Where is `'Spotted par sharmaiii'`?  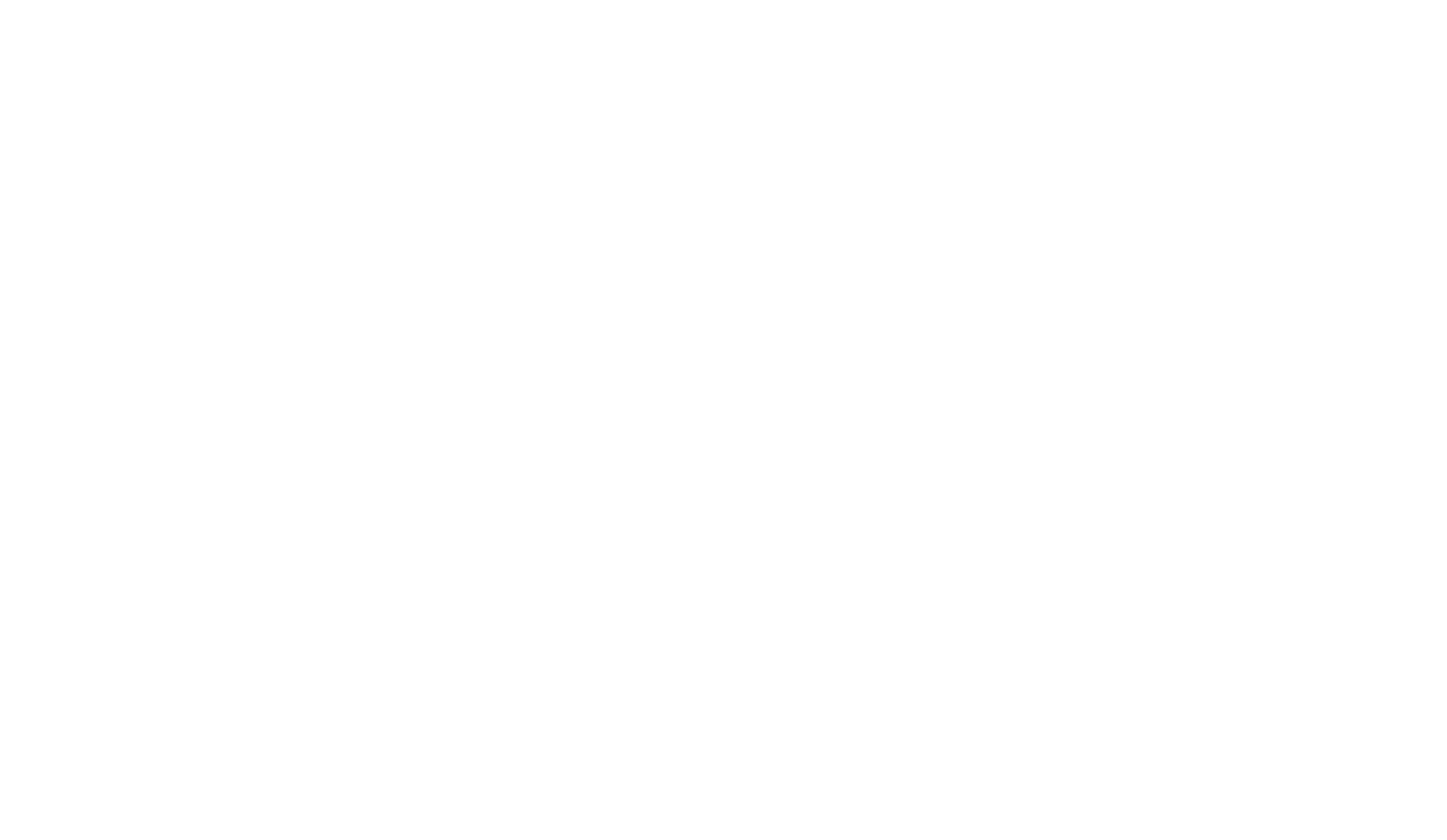
'Spotted par sharmaiii' is located at coordinates (658, 587).